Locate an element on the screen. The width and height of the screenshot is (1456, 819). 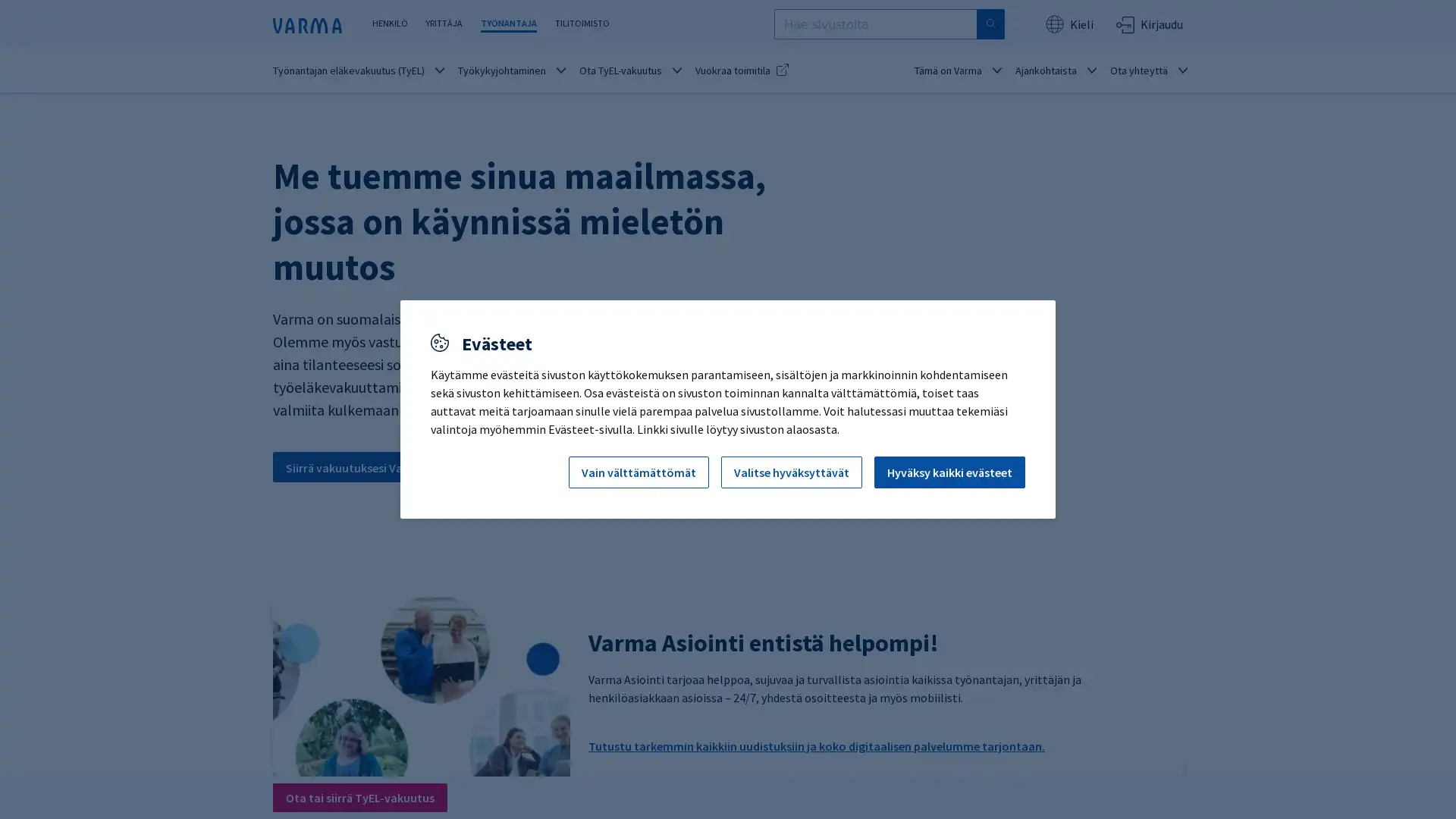
Vain valttamattomat is located at coordinates (639, 472).